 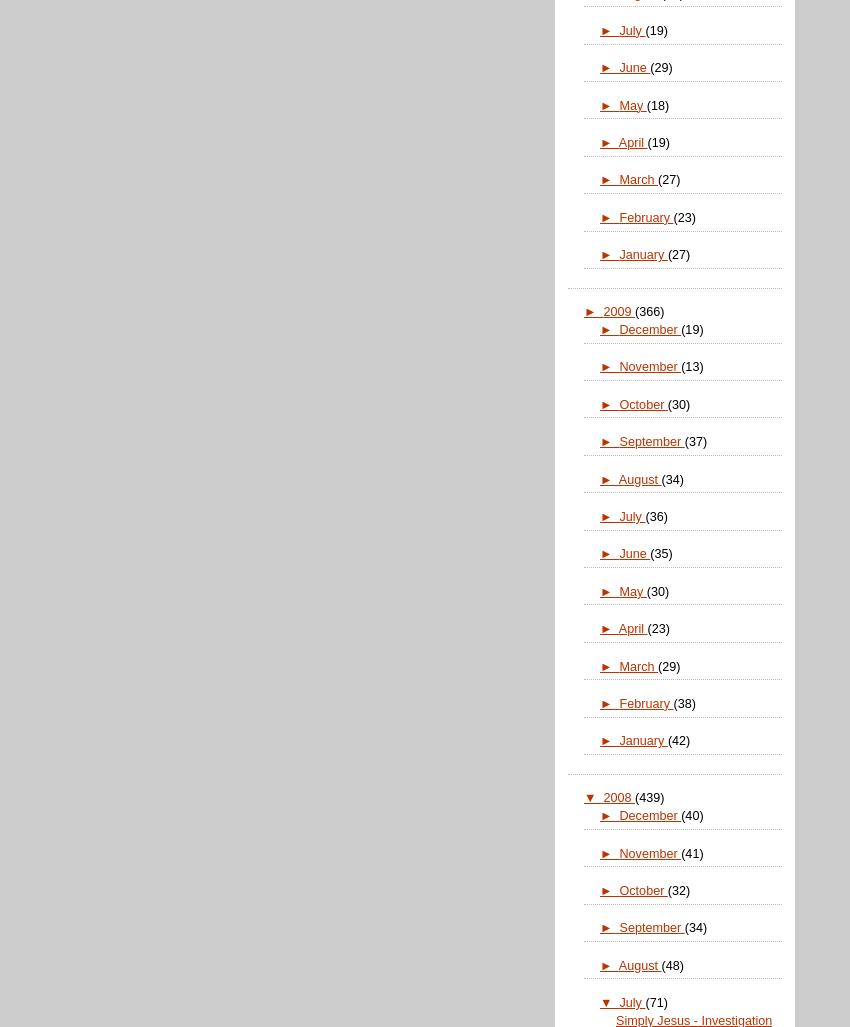 What do you see at coordinates (649, 311) in the screenshot?
I see `'(366)'` at bounding box center [649, 311].